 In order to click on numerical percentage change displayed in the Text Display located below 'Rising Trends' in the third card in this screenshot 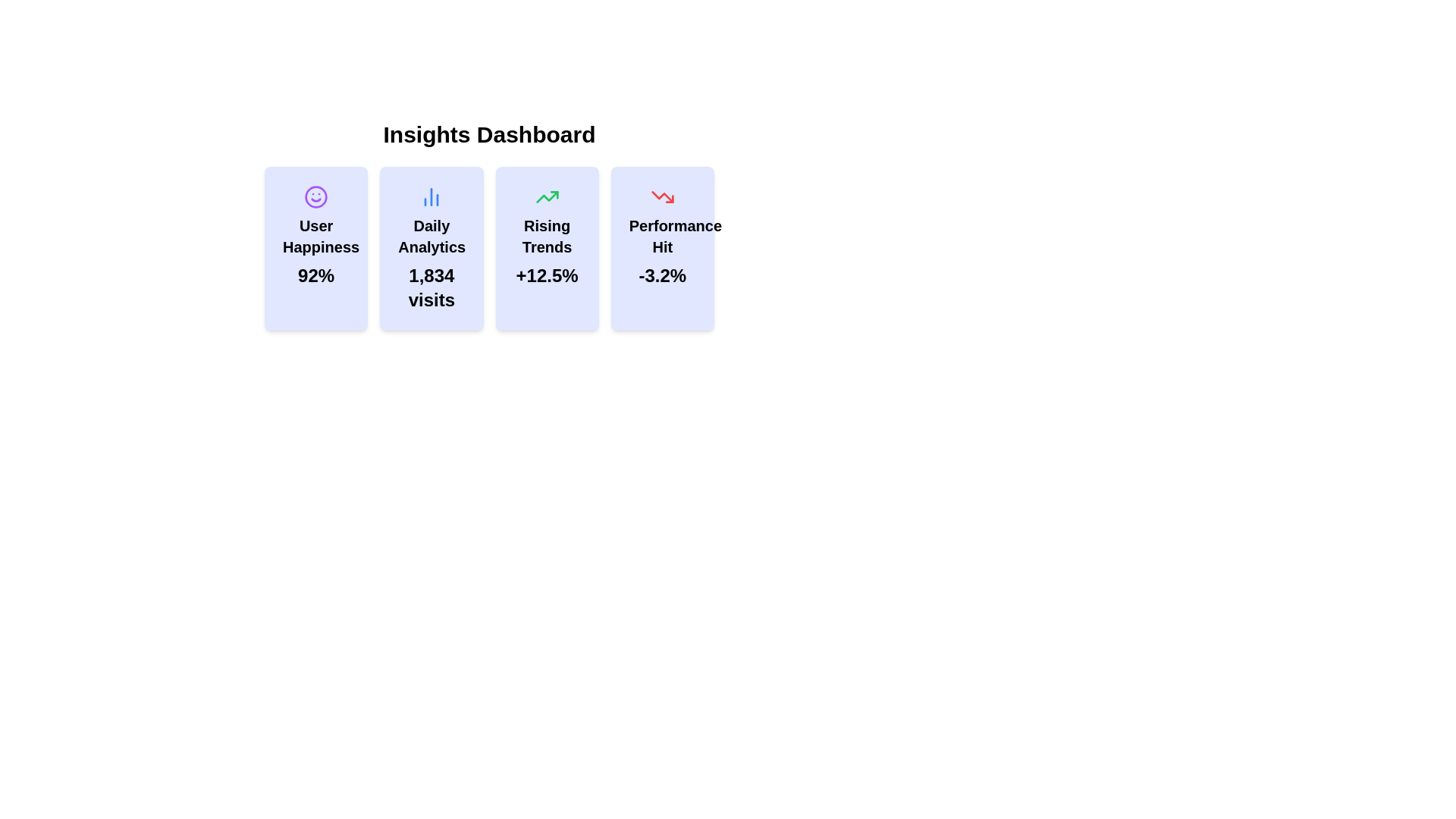, I will do `click(546, 275)`.